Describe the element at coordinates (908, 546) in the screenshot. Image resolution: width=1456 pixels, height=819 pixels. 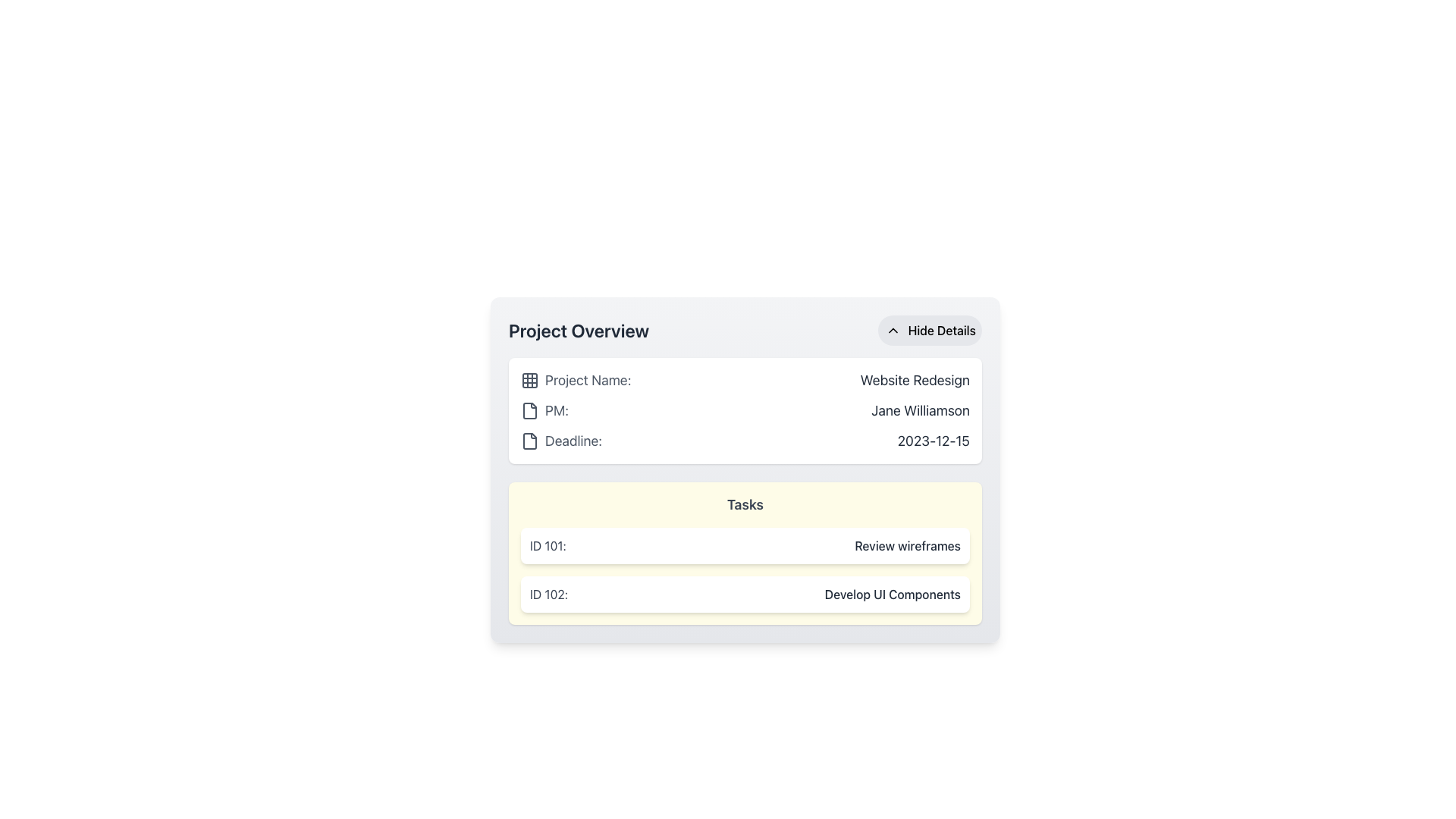
I see `the text label that serves as the description for Task ID 101, located on the right-hand side of 'ID 101:'` at that location.